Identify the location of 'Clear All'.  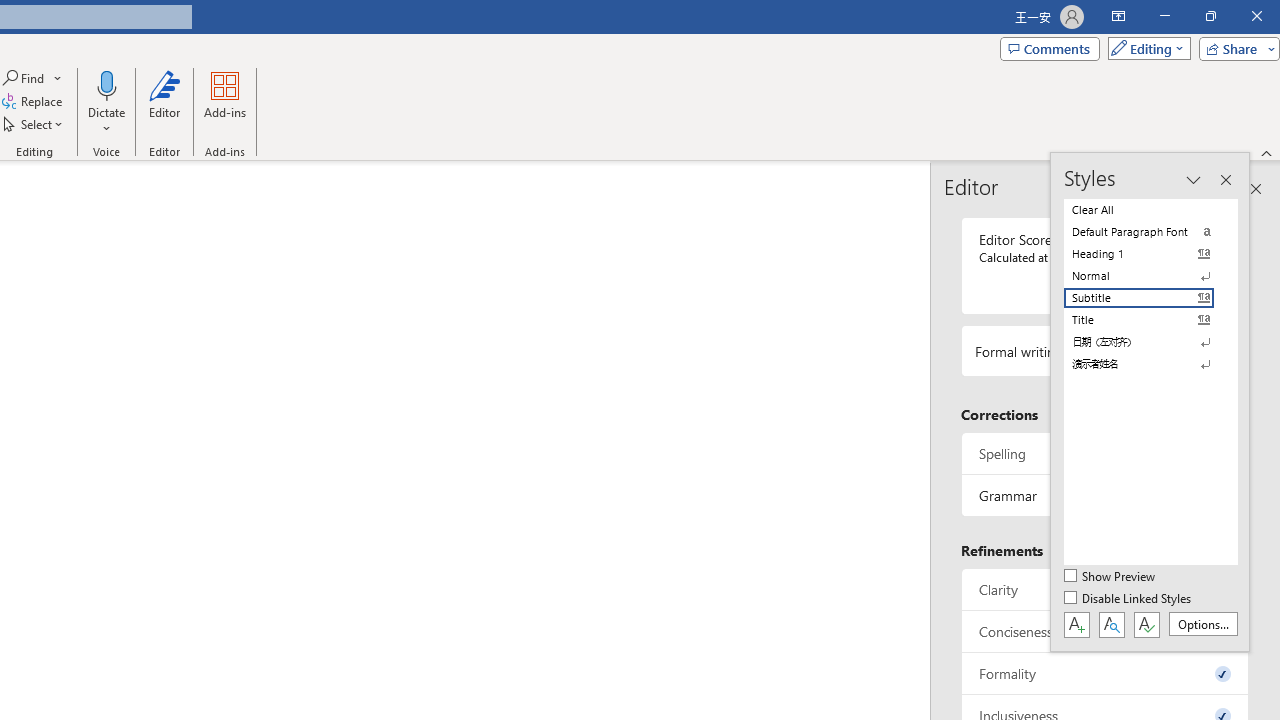
(1150, 209).